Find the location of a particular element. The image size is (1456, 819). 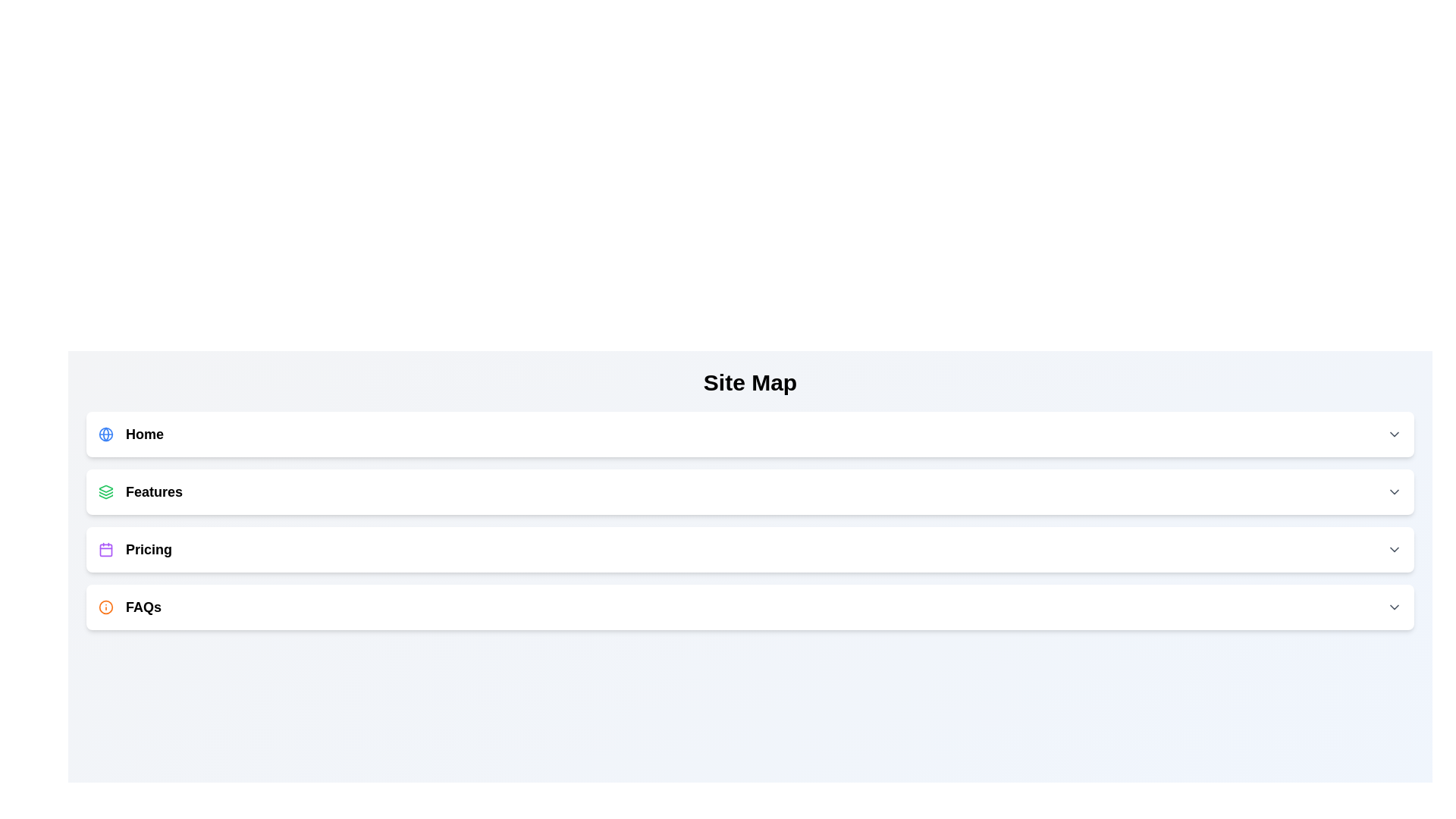

the 'Features' navigation item, which is the second item in a vertical list of options is located at coordinates (140, 491).